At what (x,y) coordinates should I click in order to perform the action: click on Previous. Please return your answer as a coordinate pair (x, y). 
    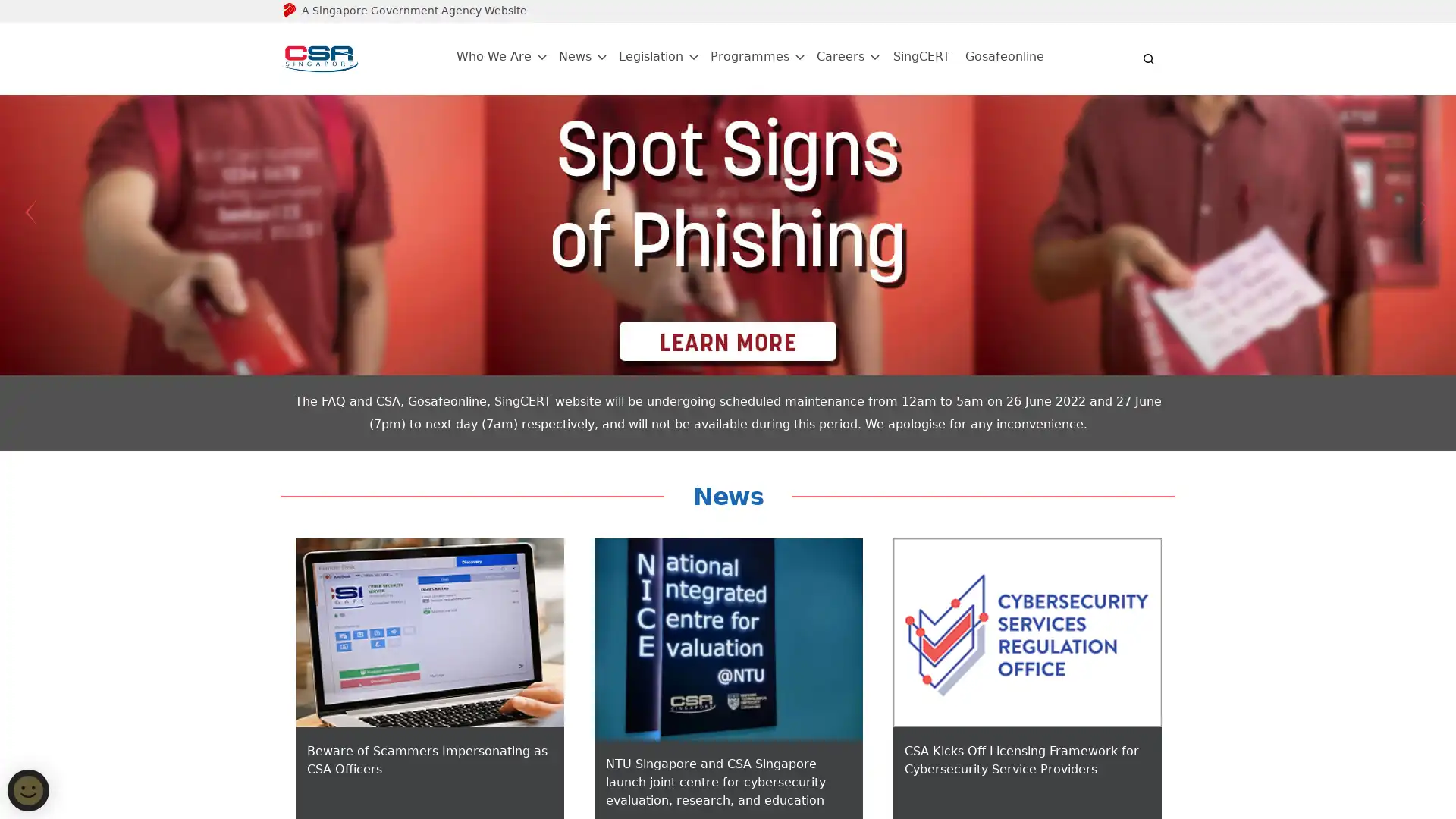
    Looking at the image, I should click on (30, 212).